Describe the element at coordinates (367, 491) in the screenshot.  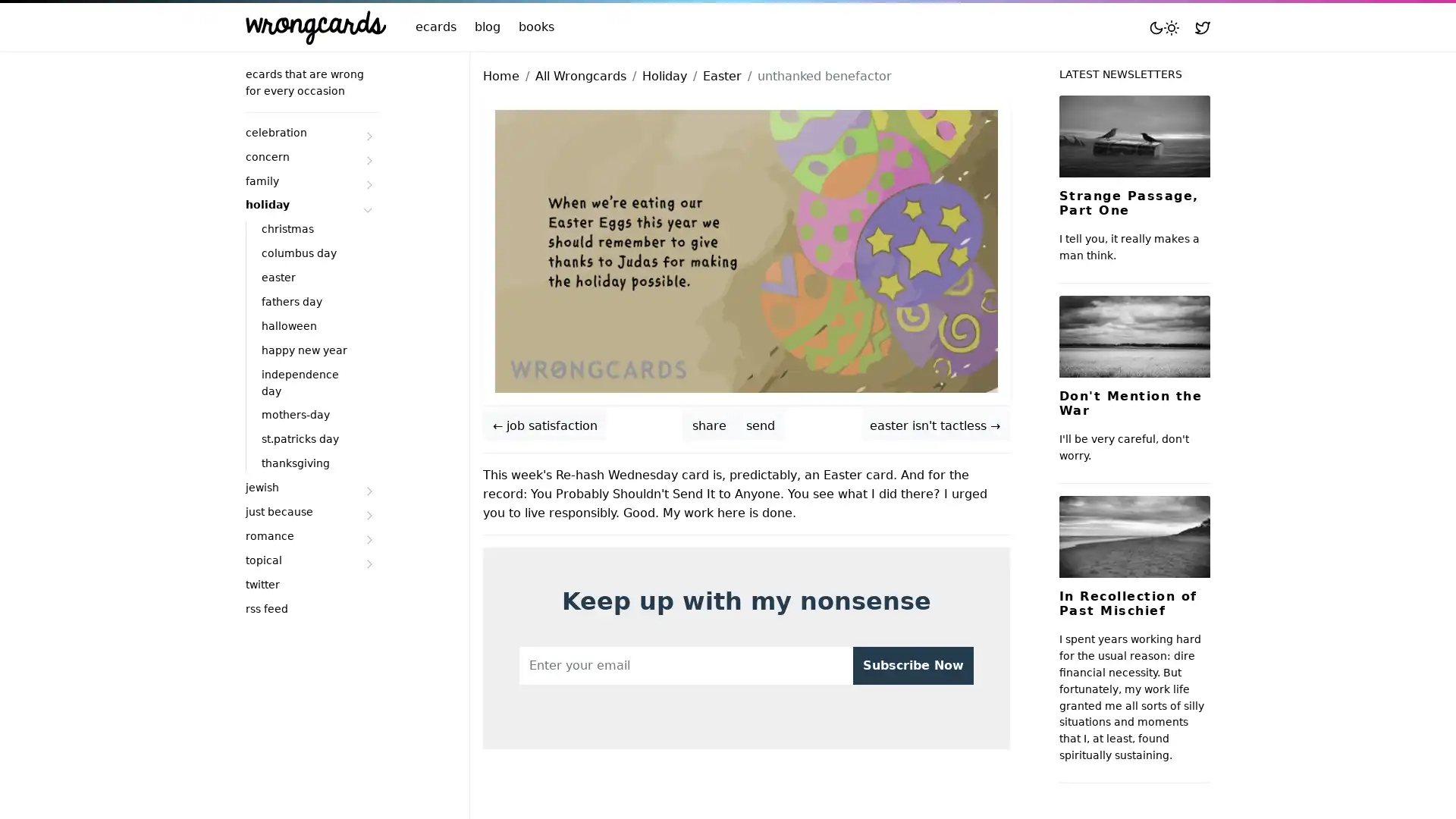
I see `Submenu` at that location.